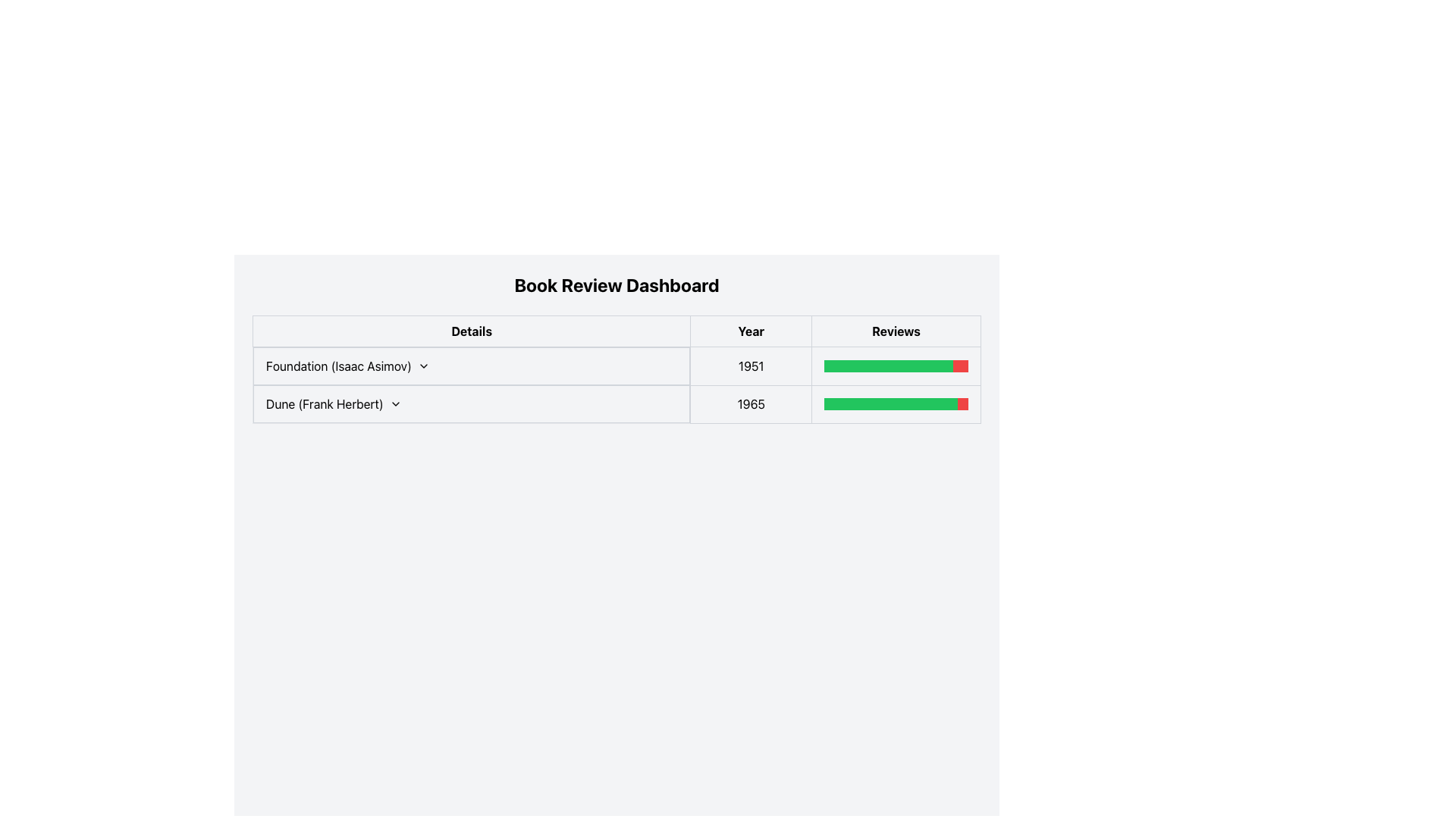 This screenshot has height=819, width=1456. I want to click on the second row of the table representing the book 'Dune' by Frank Herbert for selection, so click(617, 403).